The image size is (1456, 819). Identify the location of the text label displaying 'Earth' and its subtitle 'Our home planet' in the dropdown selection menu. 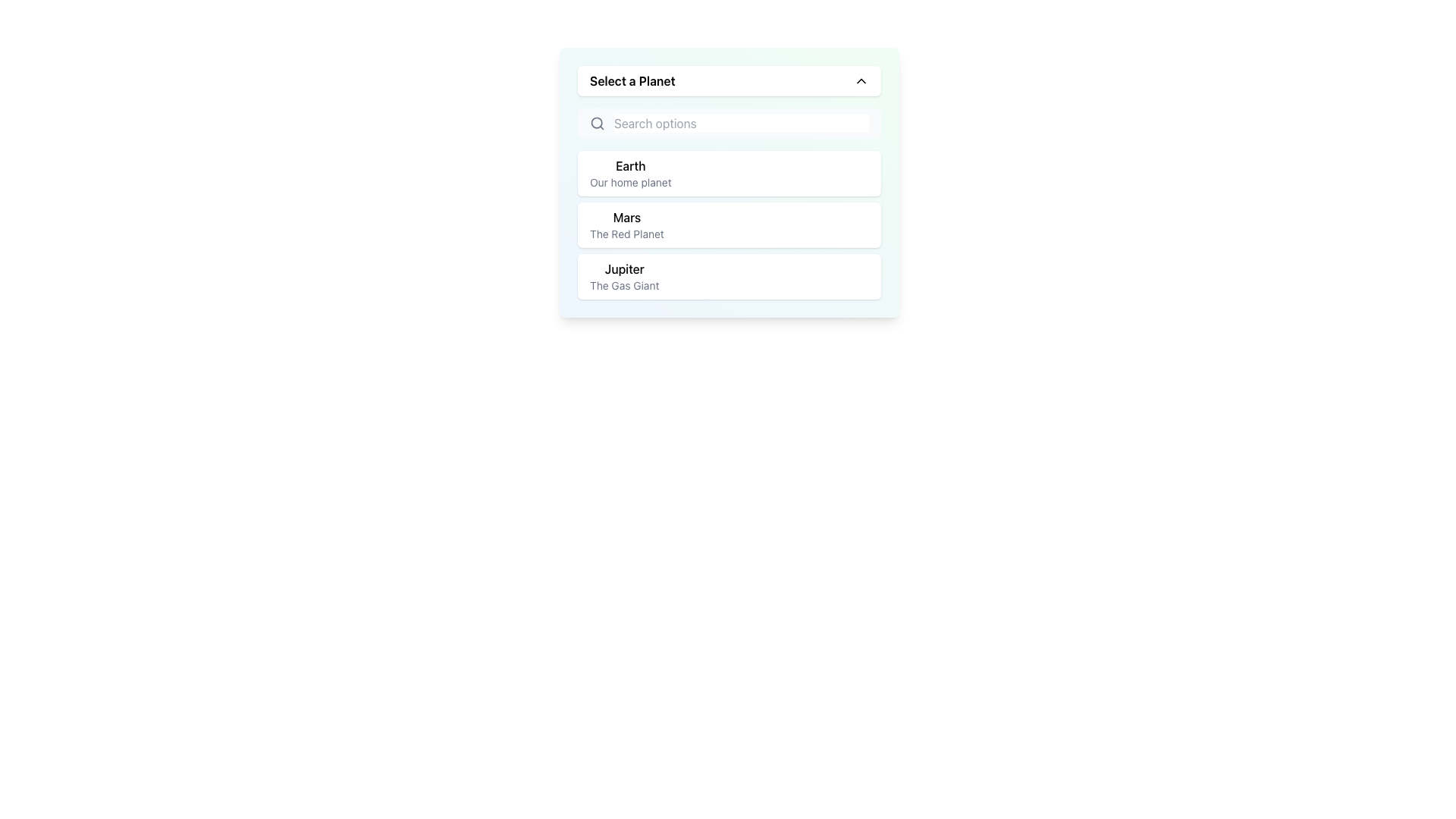
(630, 172).